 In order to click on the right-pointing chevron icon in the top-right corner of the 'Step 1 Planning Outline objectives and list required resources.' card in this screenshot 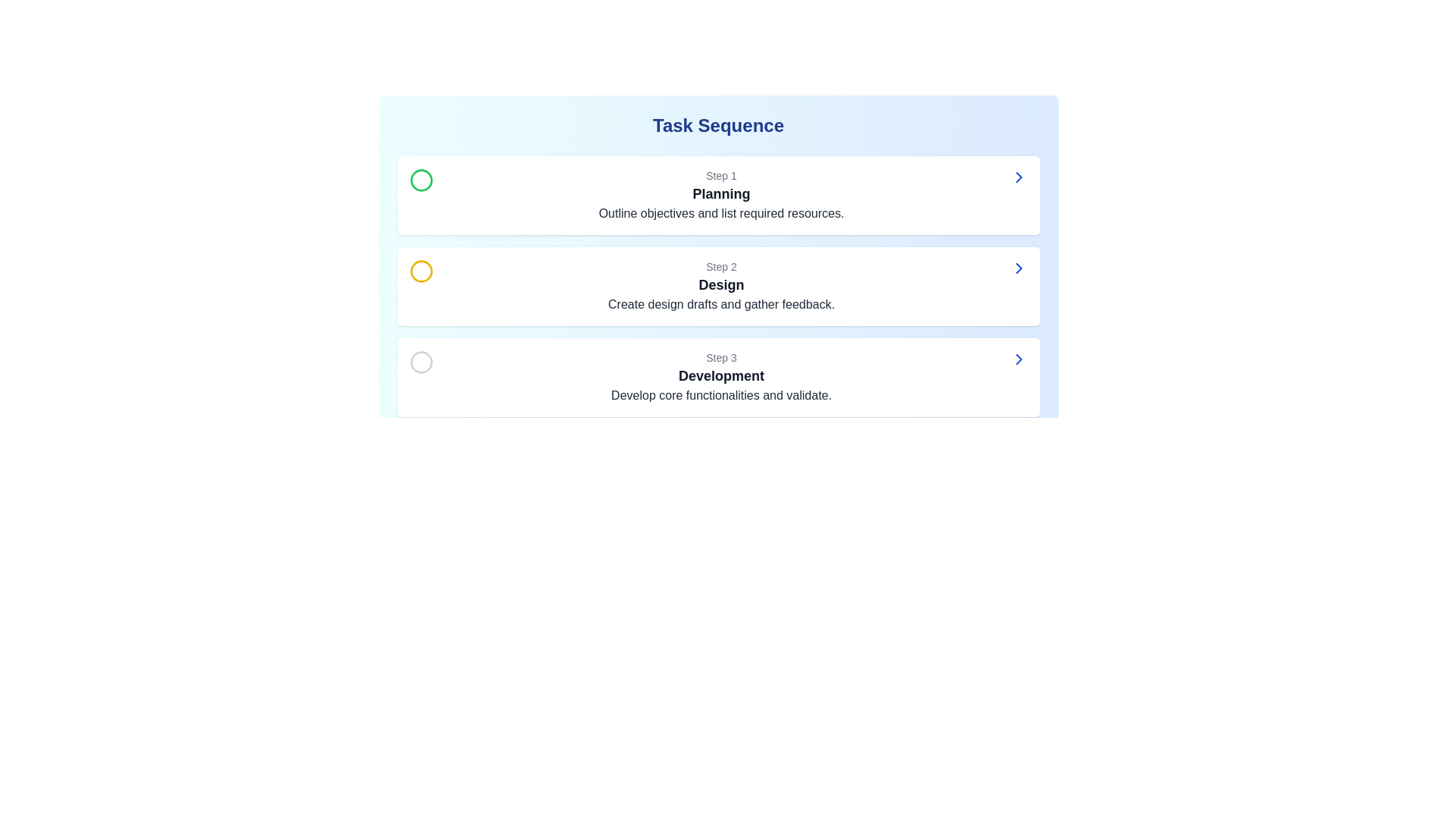, I will do `click(1018, 177)`.